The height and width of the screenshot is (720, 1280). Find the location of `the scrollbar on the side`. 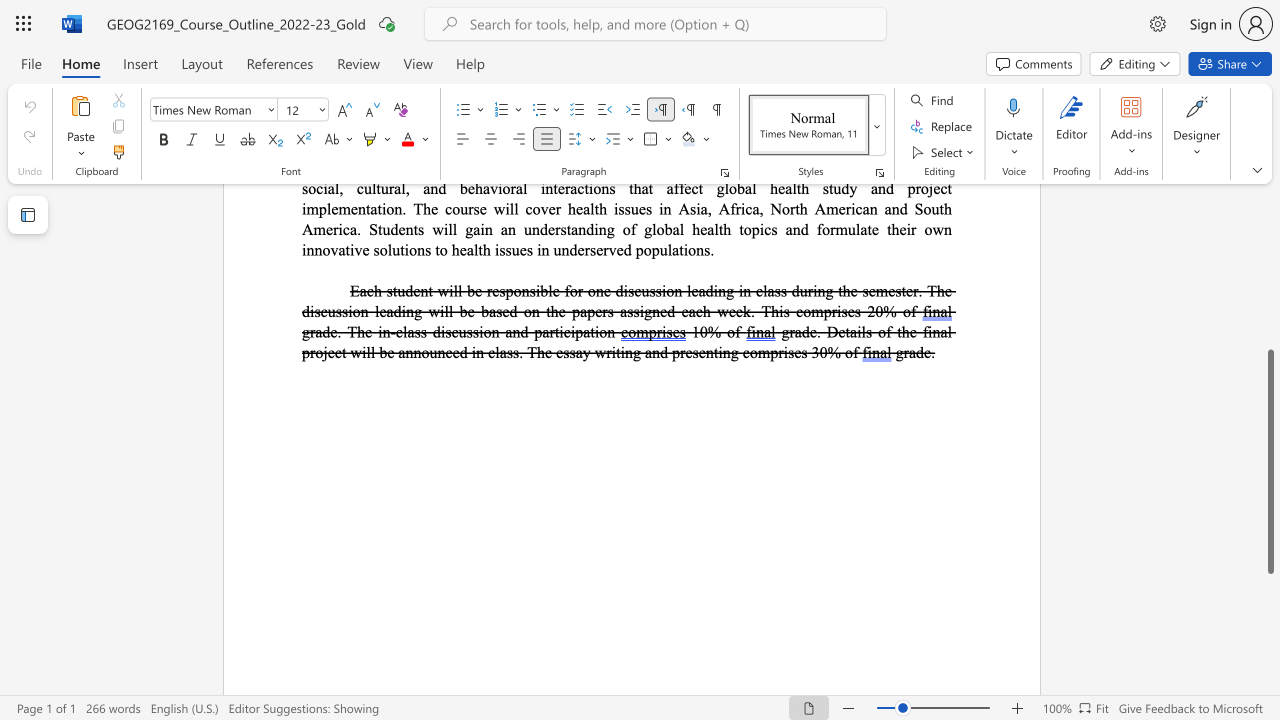

the scrollbar on the side is located at coordinates (1269, 310).